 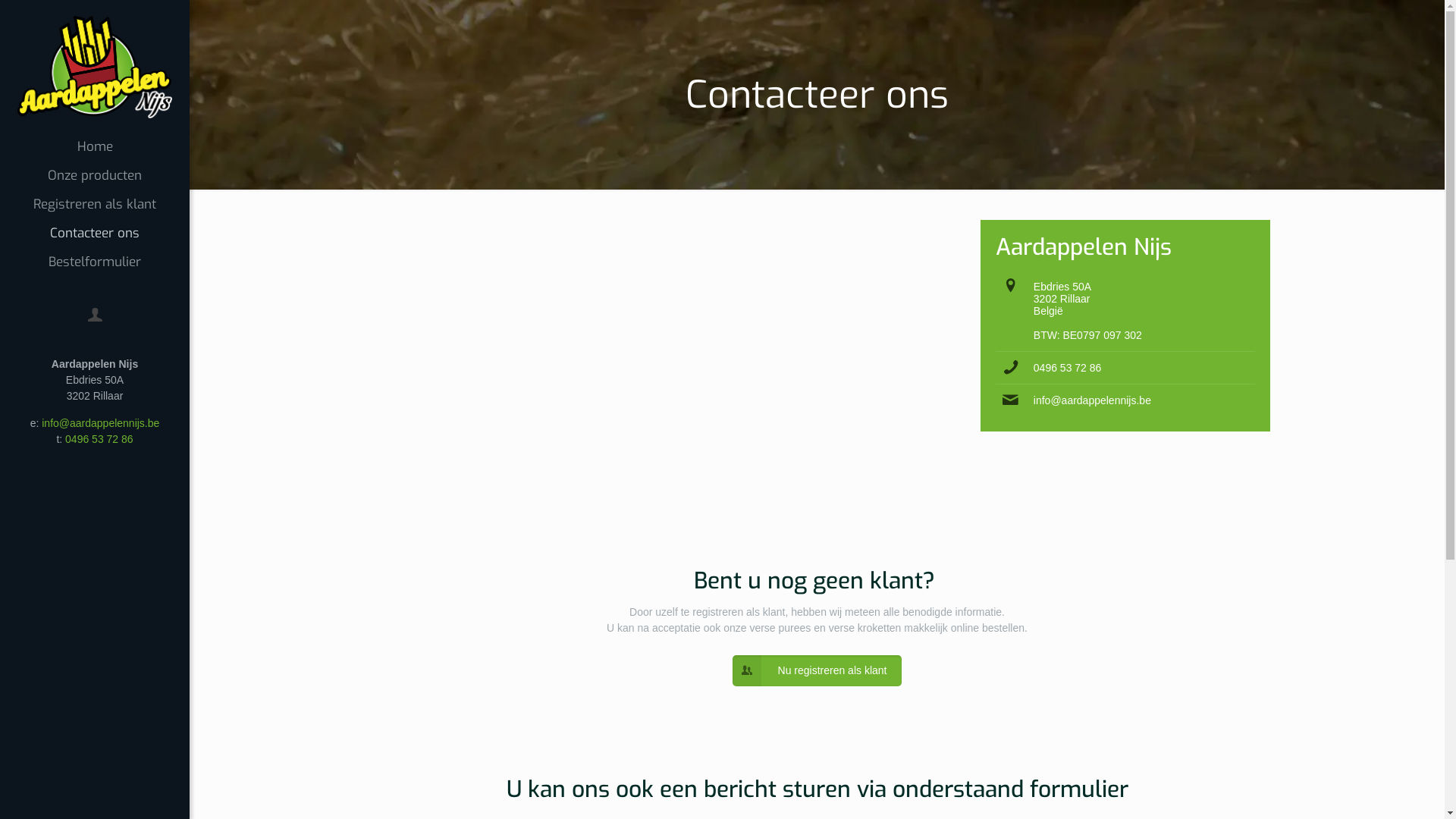 What do you see at coordinates (93, 262) in the screenshot?
I see `'Bestelformulier'` at bounding box center [93, 262].